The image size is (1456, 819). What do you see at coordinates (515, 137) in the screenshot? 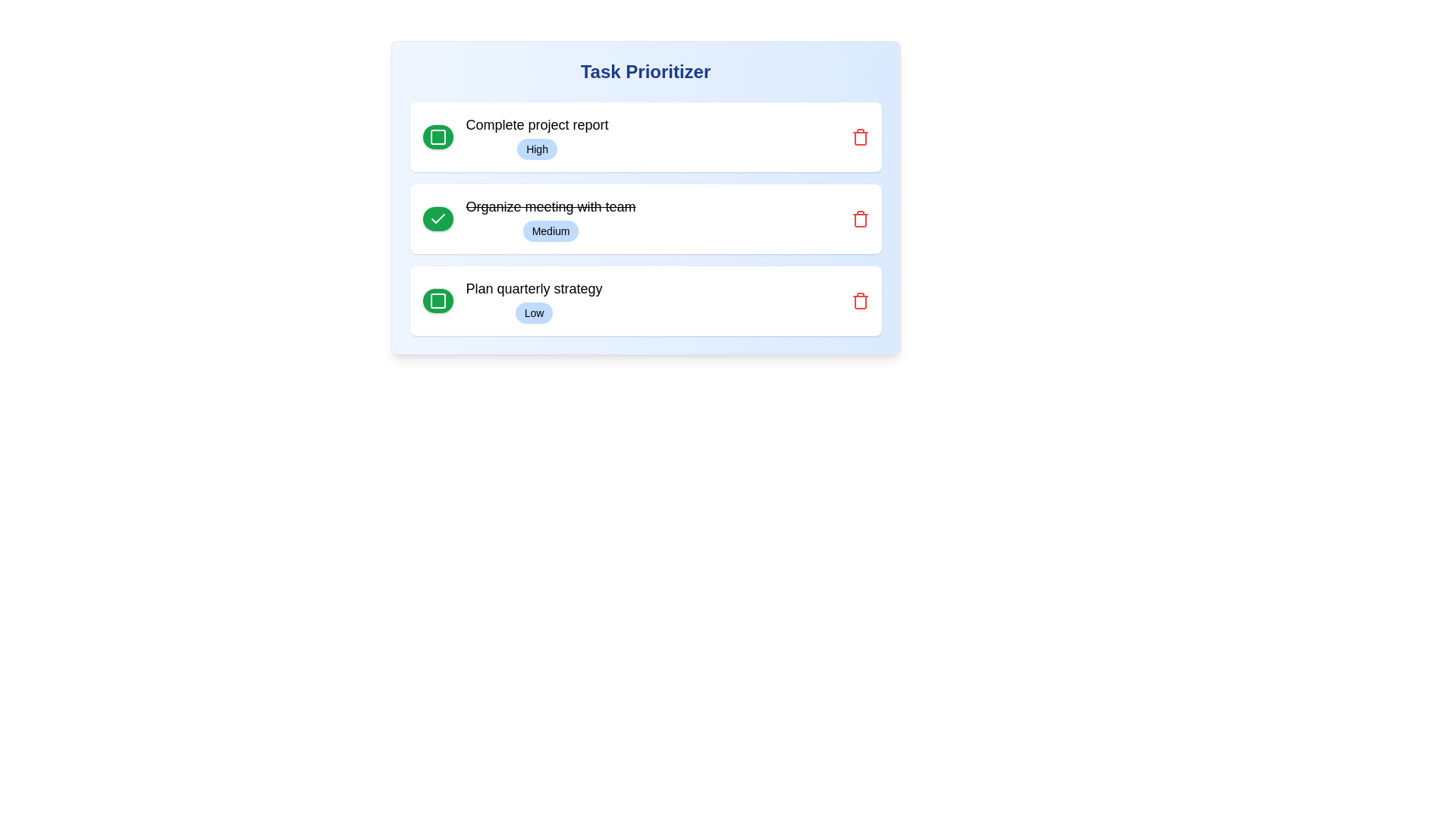
I see `the interactive area surrounding the text label 'Complete project report' with the 'High' badge, which is the first item in the task list under 'Task Prioritizer'` at bounding box center [515, 137].